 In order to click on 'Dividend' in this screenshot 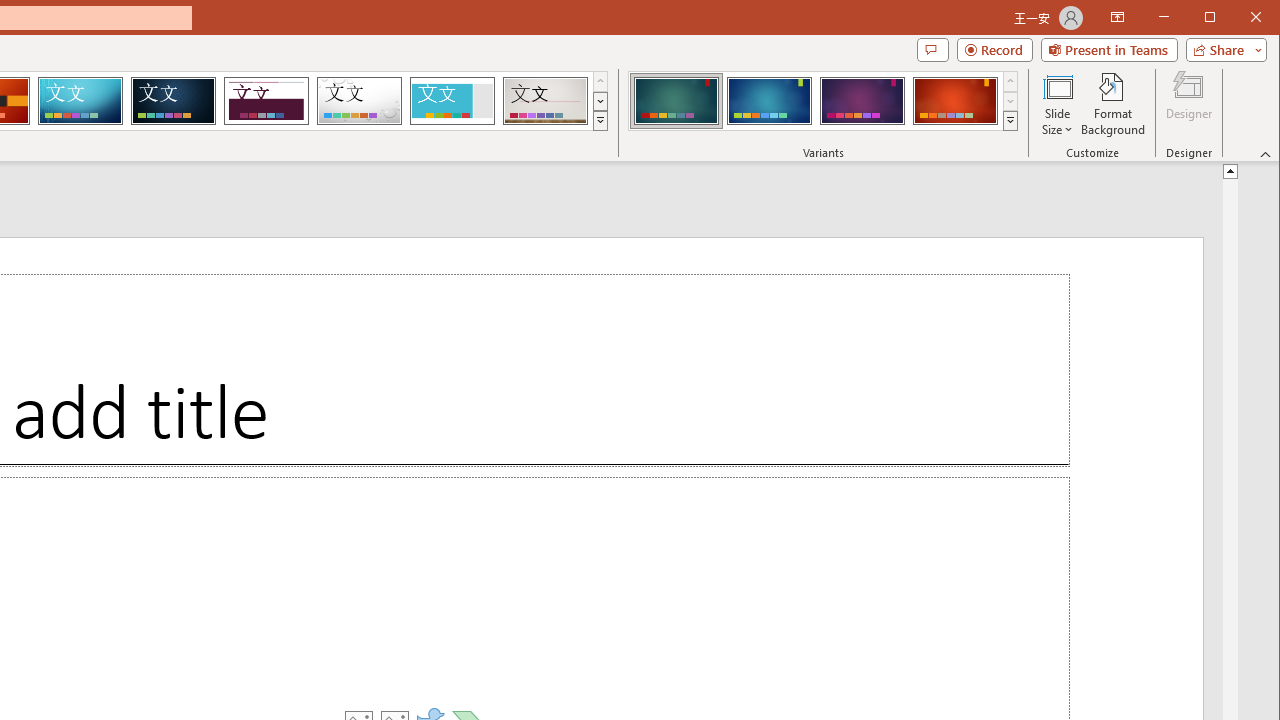, I will do `click(265, 100)`.